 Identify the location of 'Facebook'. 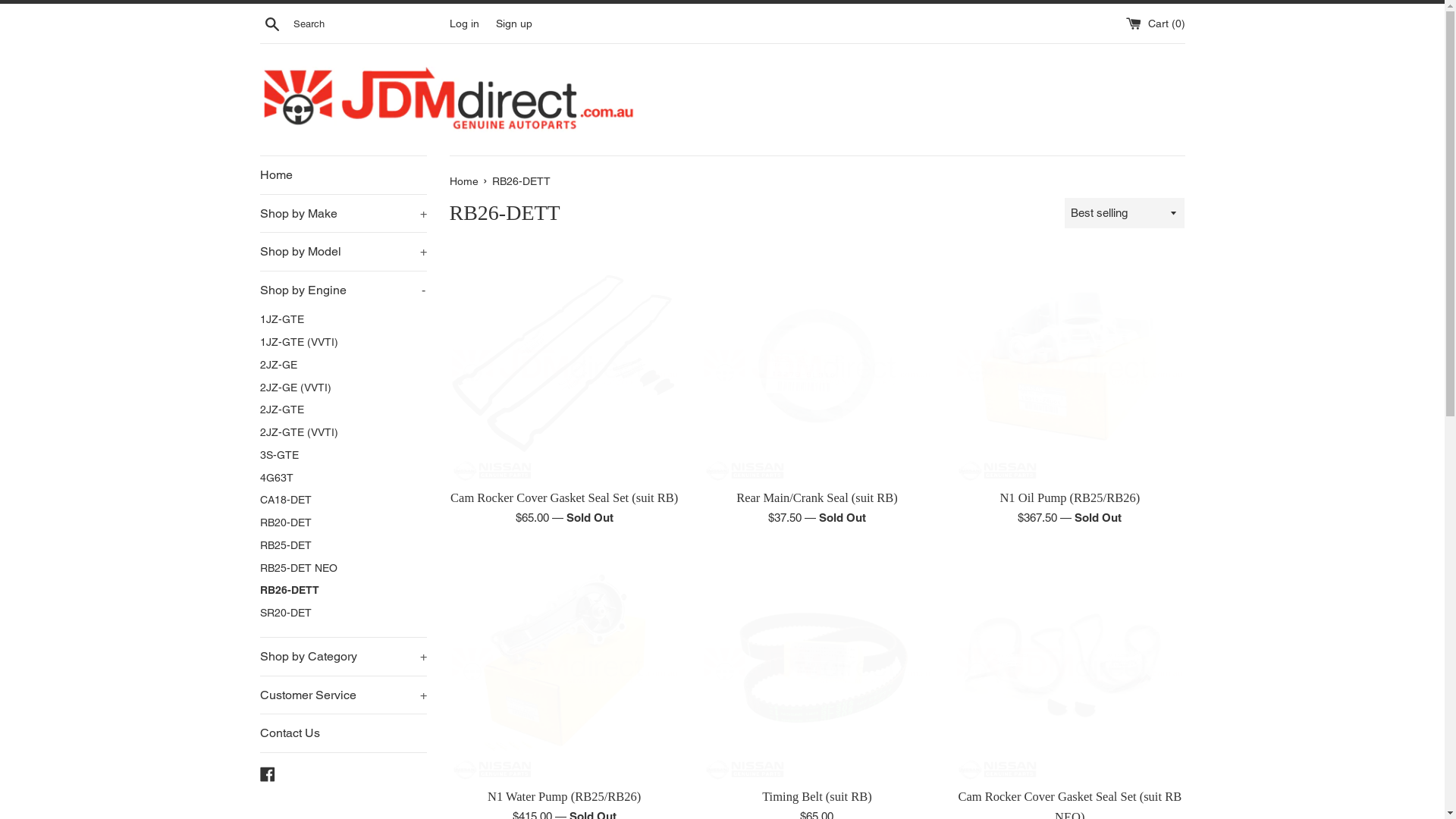
(266, 773).